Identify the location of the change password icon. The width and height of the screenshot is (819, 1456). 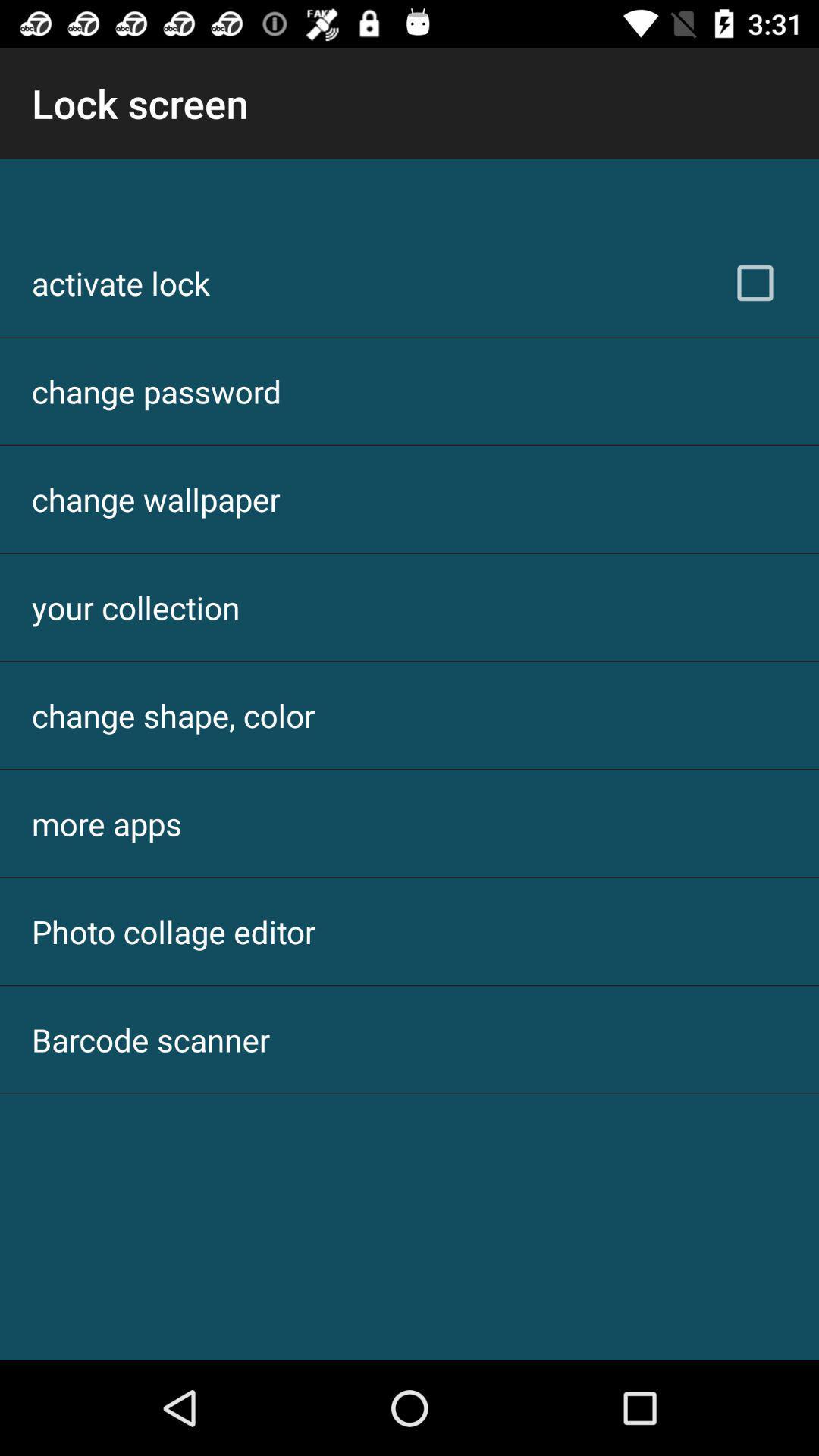
(156, 391).